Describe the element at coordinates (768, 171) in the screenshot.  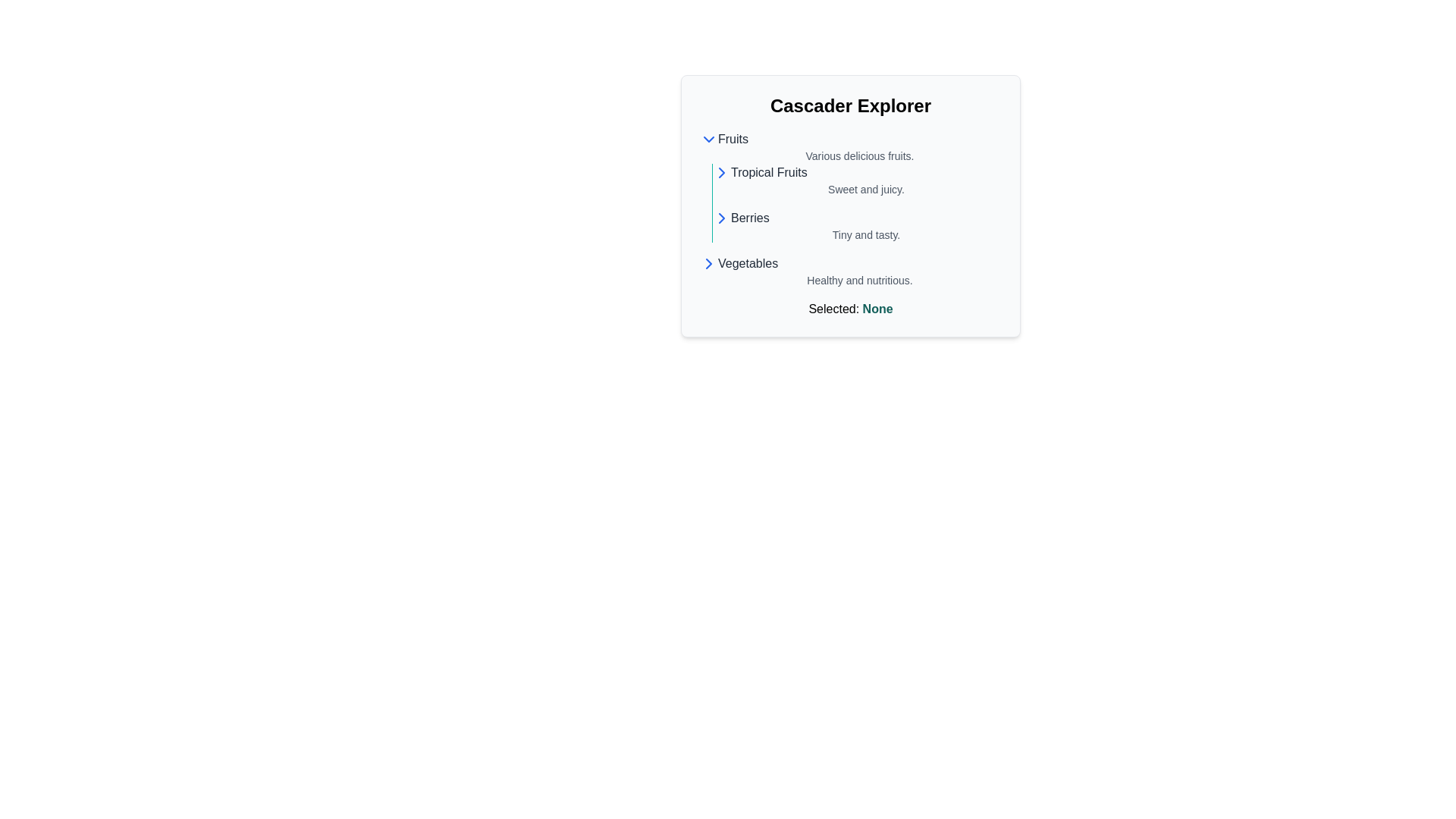
I see `on the 'Tropical Fruits' label in the 'Fruits' category of the 'Cascader Explorer' menu` at that location.